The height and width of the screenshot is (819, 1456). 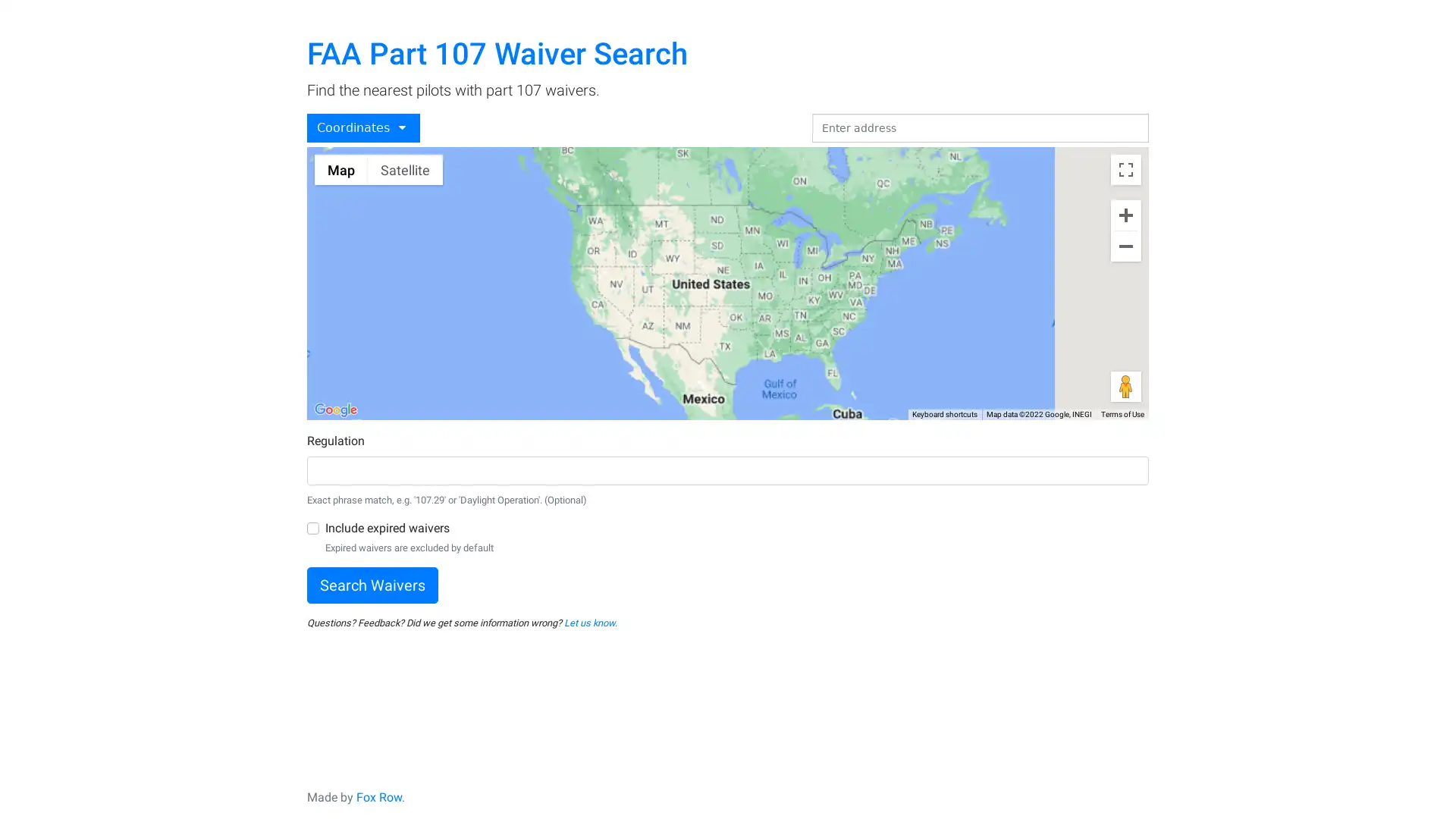 I want to click on Keyboard shortcuts, so click(x=944, y=415).